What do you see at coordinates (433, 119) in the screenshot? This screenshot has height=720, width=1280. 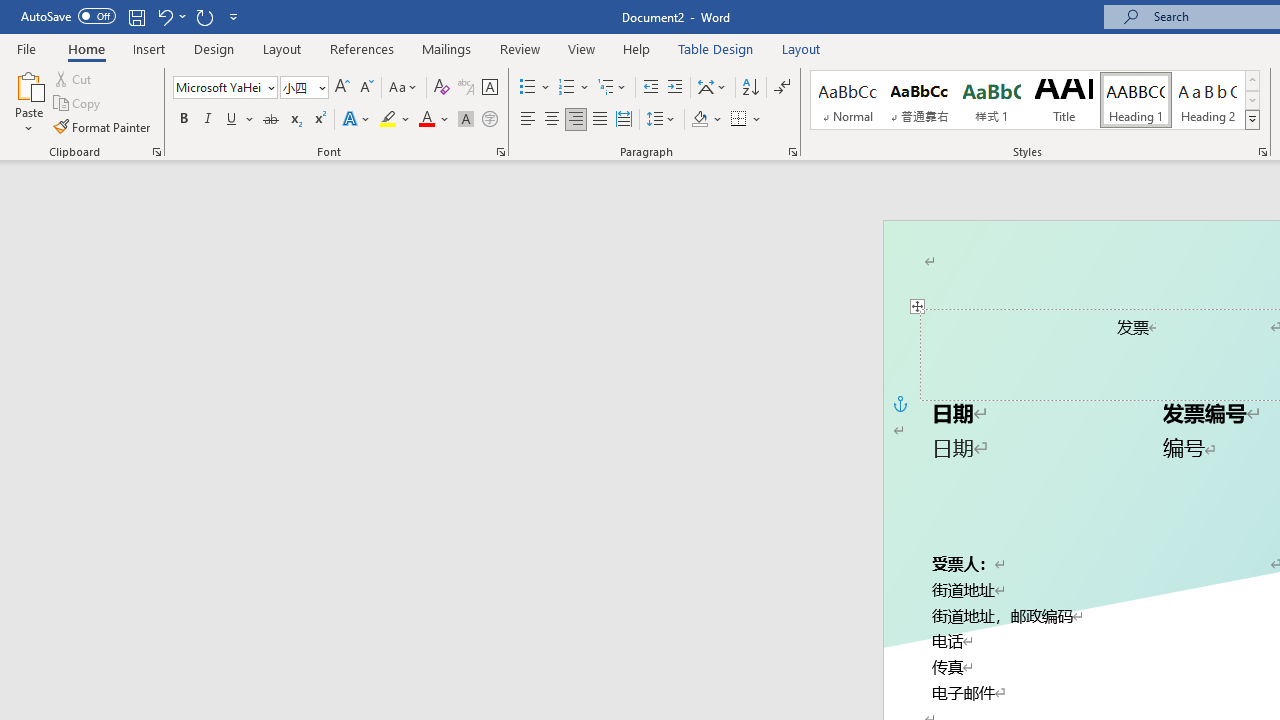 I see `'Font Color'` at bounding box center [433, 119].